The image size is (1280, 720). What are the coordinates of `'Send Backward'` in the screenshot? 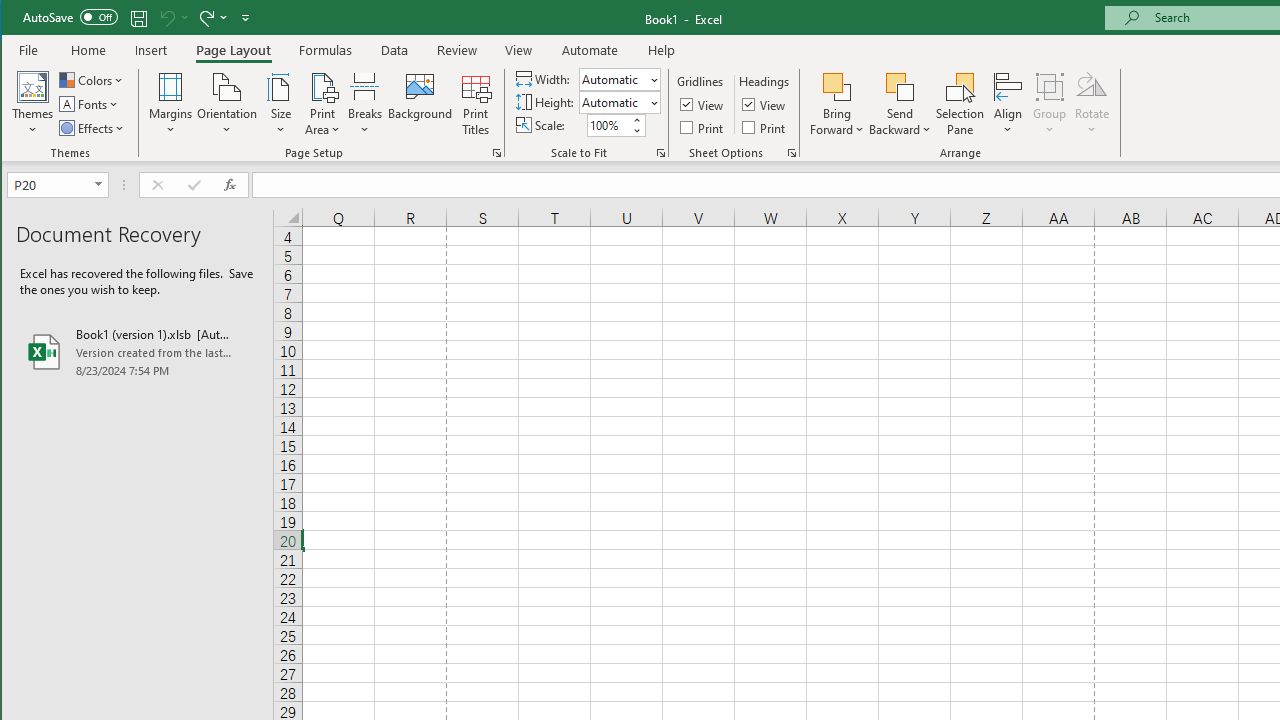 It's located at (899, 85).